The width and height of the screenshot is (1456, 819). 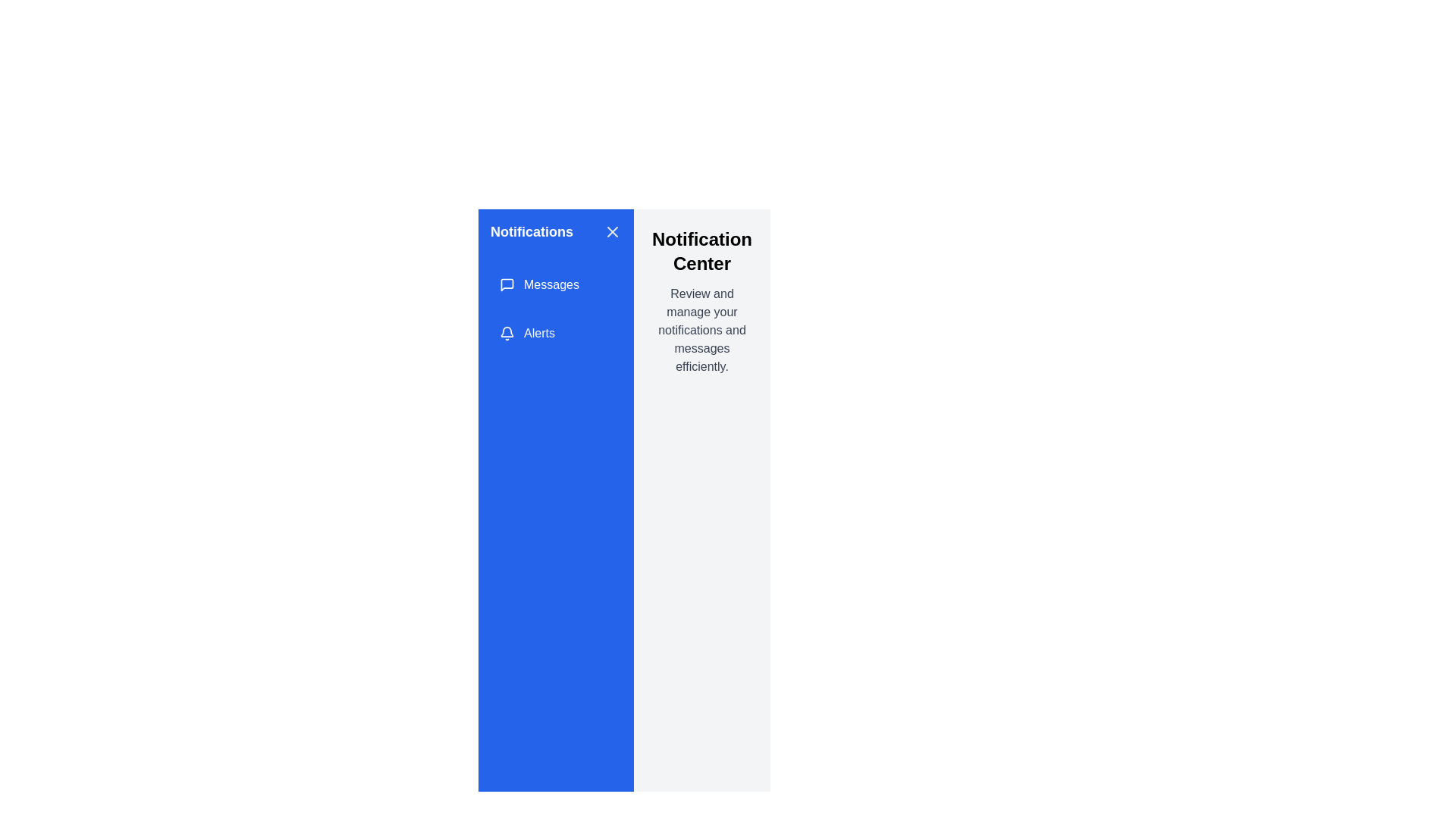 What do you see at coordinates (551, 284) in the screenshot?
I see `the 'Messages' label in the left sidebar menu, which is located to the right of the message bubble icon and above the 'Alerts' section, to trigger hover-based effects` at bounding box center [551, 284].